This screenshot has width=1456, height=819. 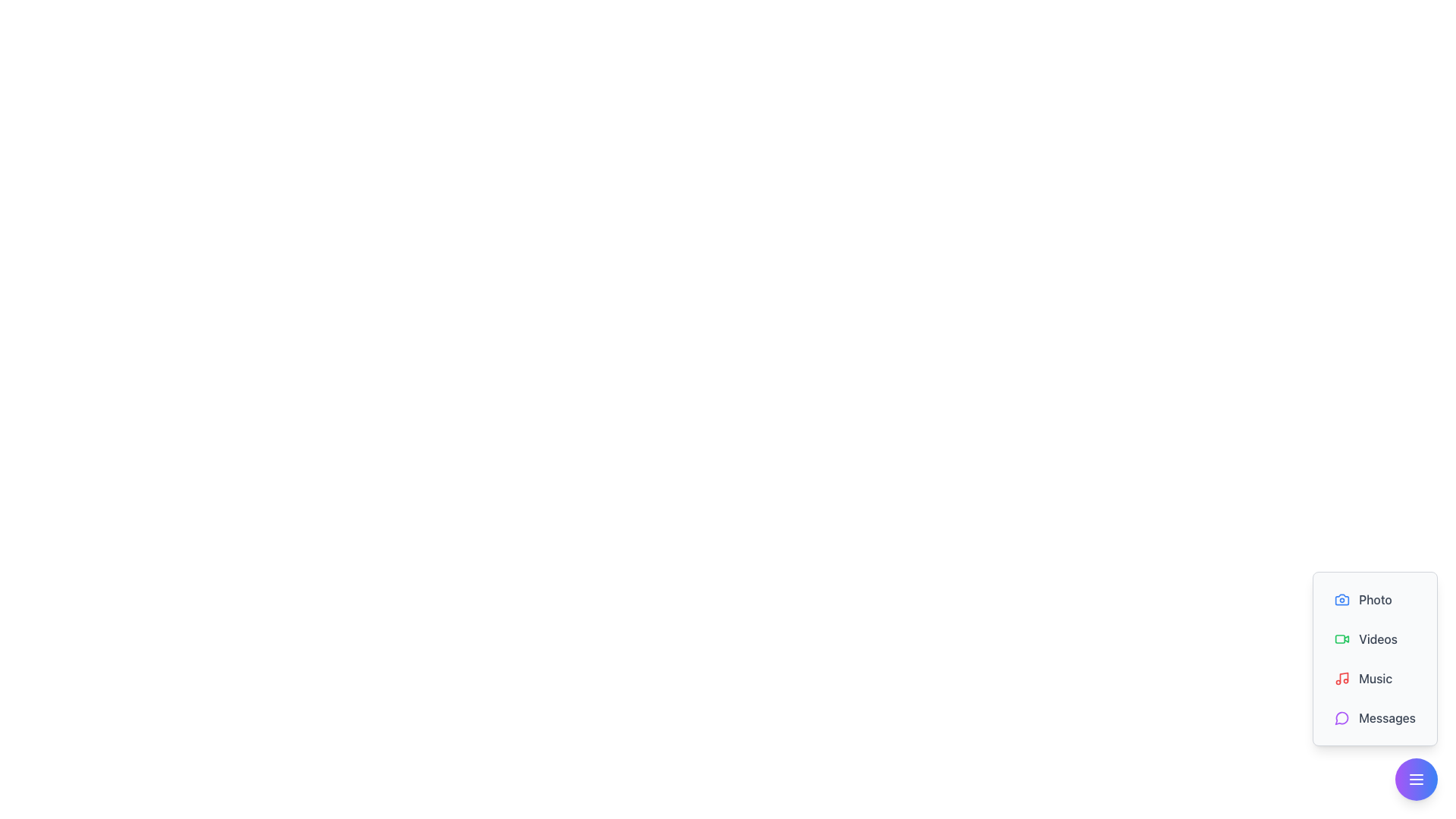 I want to click on the 'Music' navigation button, which features a red musical note icon and medium gray text, located as the third item in a vertical list under 'Photo' and 'Videos', so click(x=1375, y=686).